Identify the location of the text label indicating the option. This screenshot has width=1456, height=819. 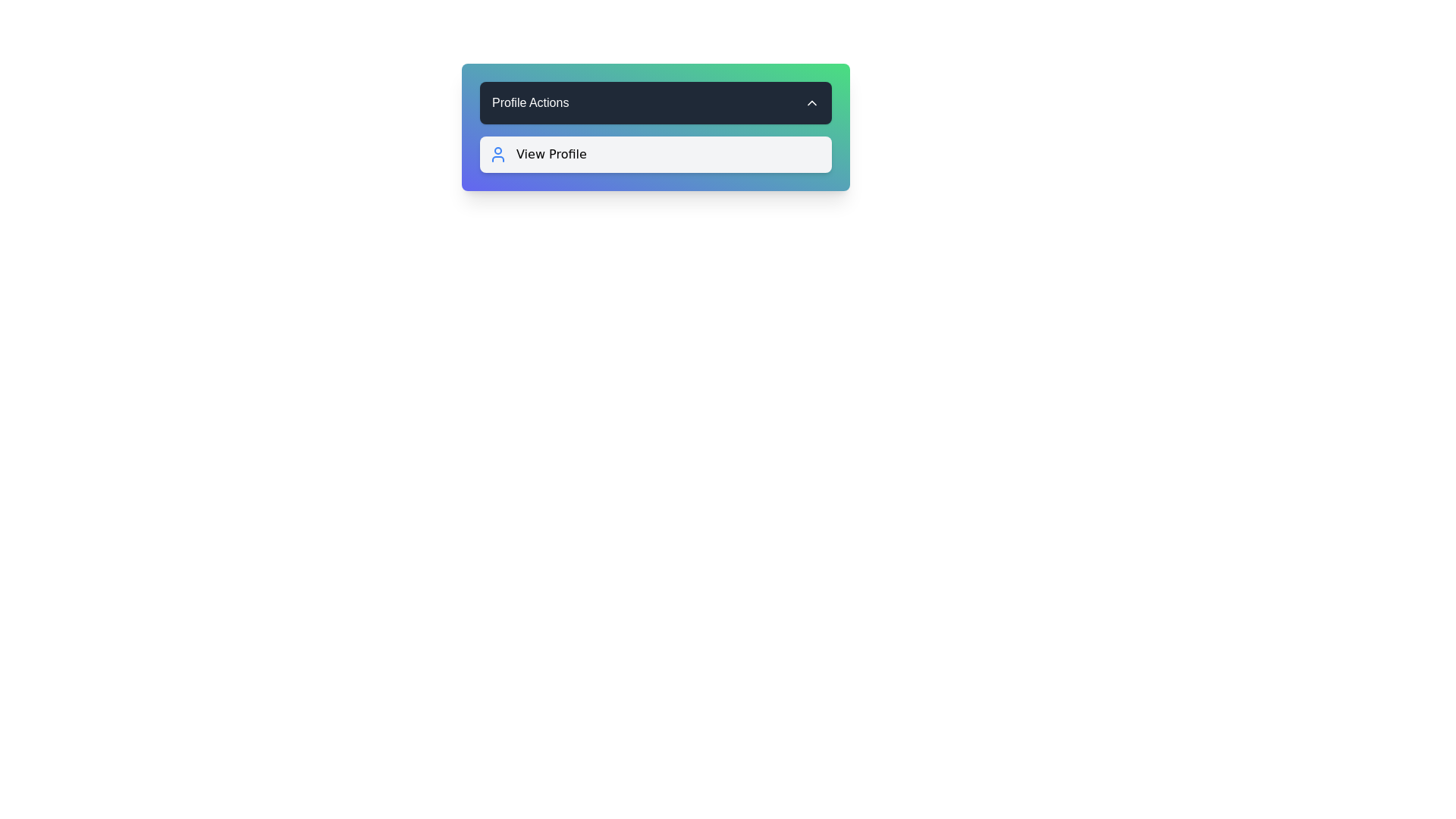
(551, 155).